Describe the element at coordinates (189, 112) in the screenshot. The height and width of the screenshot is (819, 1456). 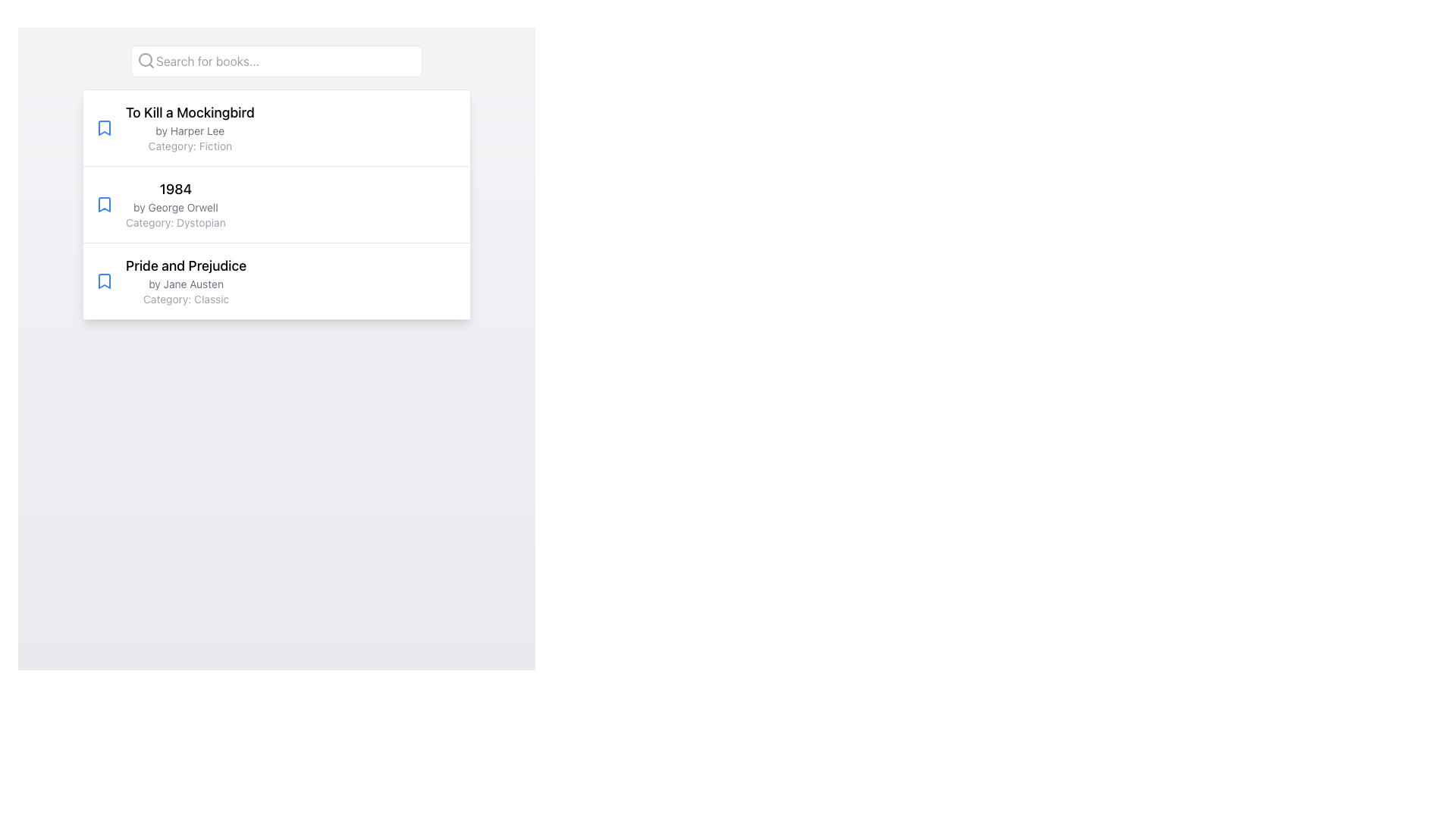
I see `the text label displaying 'To Kill a Mockingbird', which is in a larger, bold font style and aligned at the top left of its section` at that location.